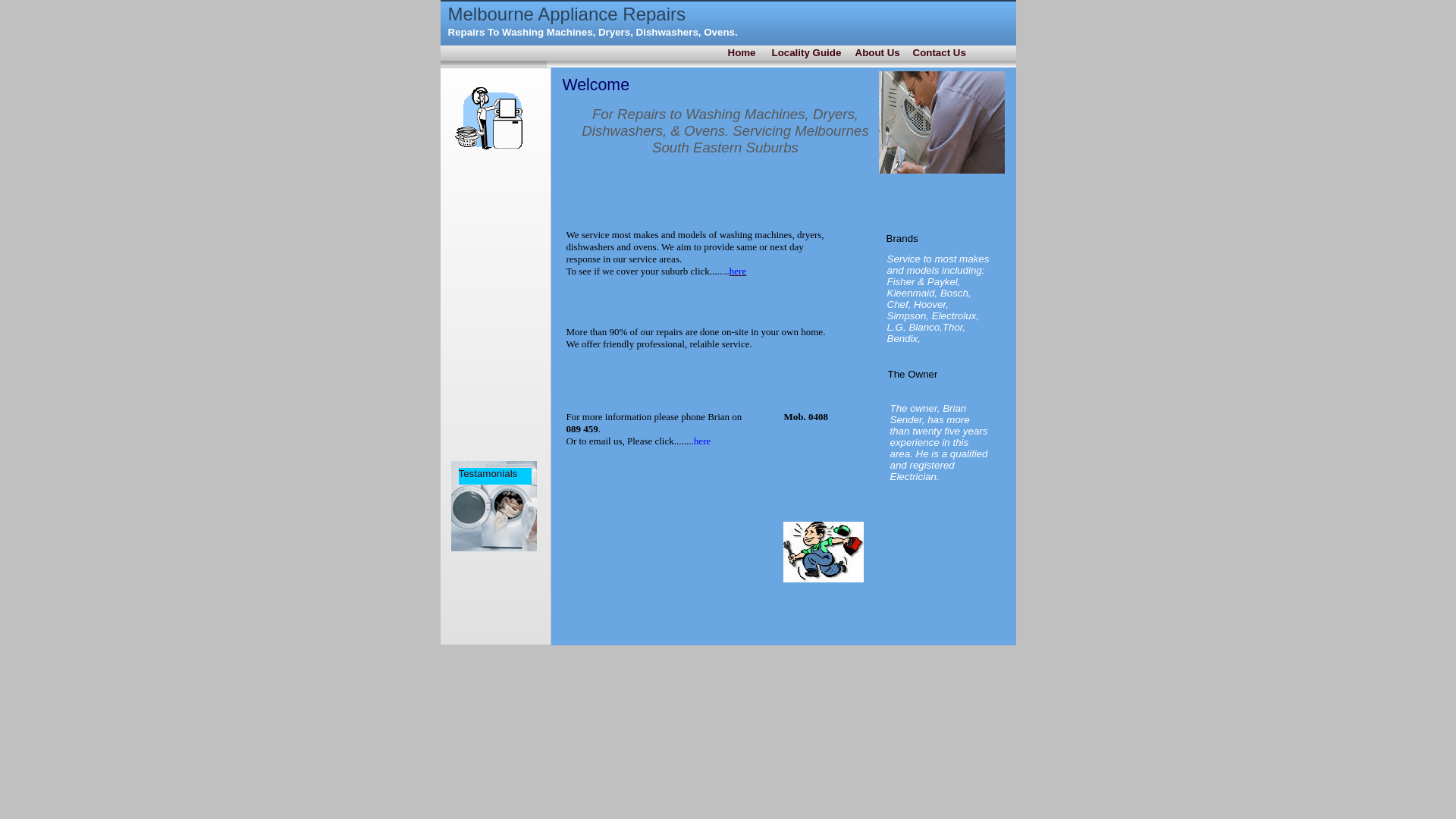 The width and height of the screenshot is (1456, 819). What do you see at coordinates (738, 270) in the screenshot?
I see `'here'` at bounding box center [738, 270].